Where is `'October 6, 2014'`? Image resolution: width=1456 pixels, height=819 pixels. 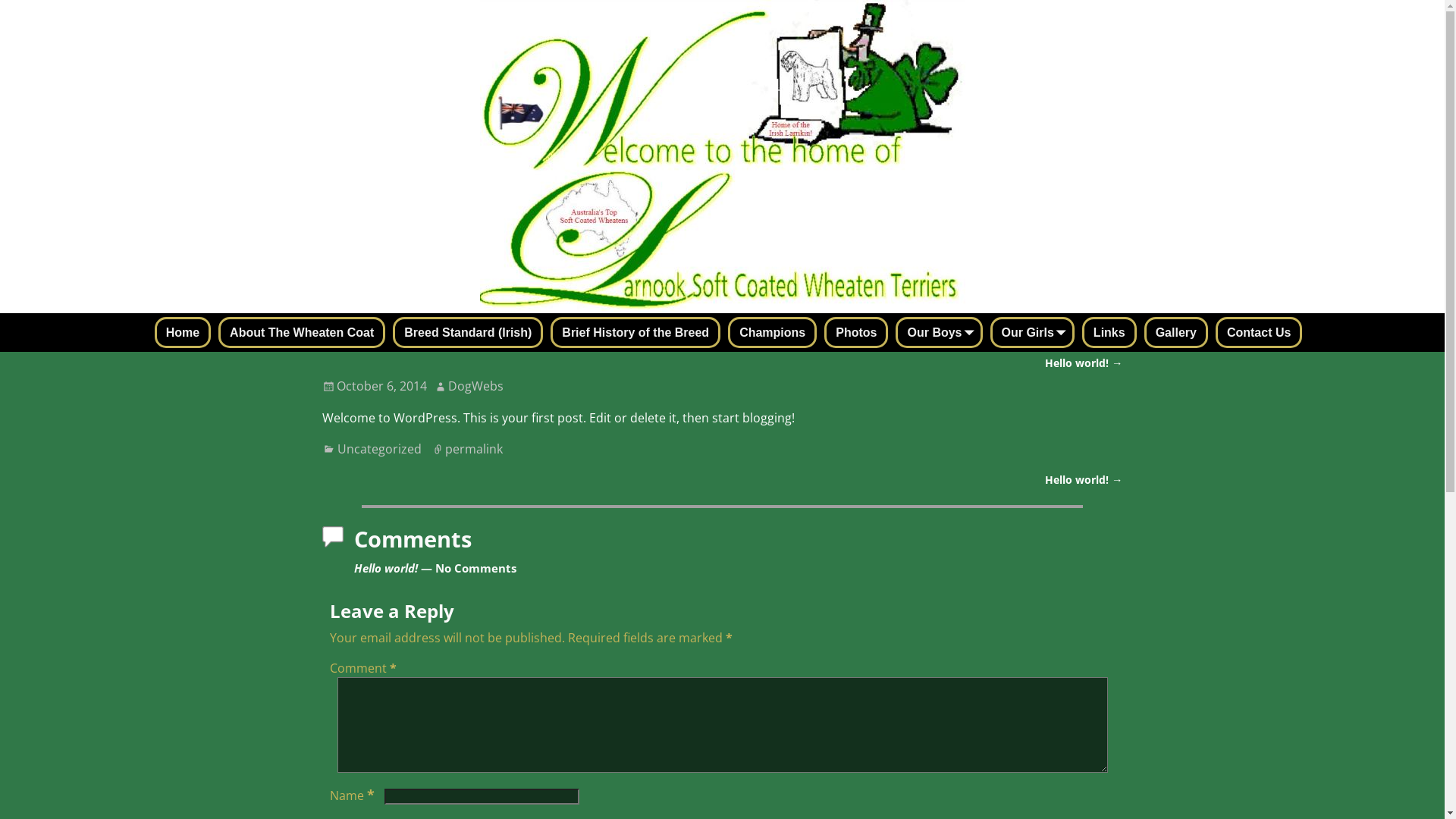
'October 6, 2014' is located at coordinates (374, 385).